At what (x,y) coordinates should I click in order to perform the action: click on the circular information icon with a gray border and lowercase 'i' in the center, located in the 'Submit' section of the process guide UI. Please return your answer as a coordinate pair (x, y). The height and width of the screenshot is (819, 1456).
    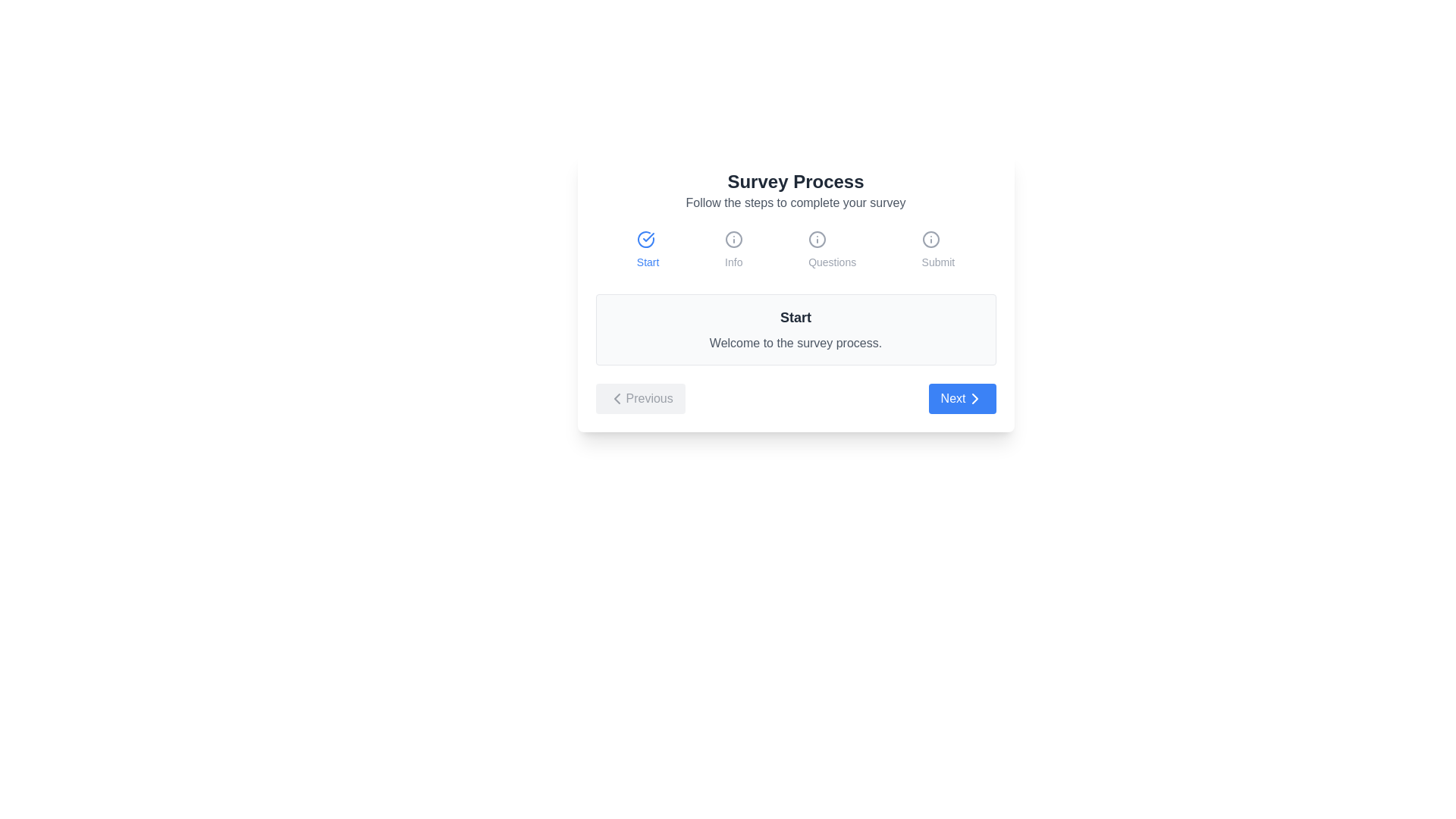
    Looking at the image, I should click on (937, 239).